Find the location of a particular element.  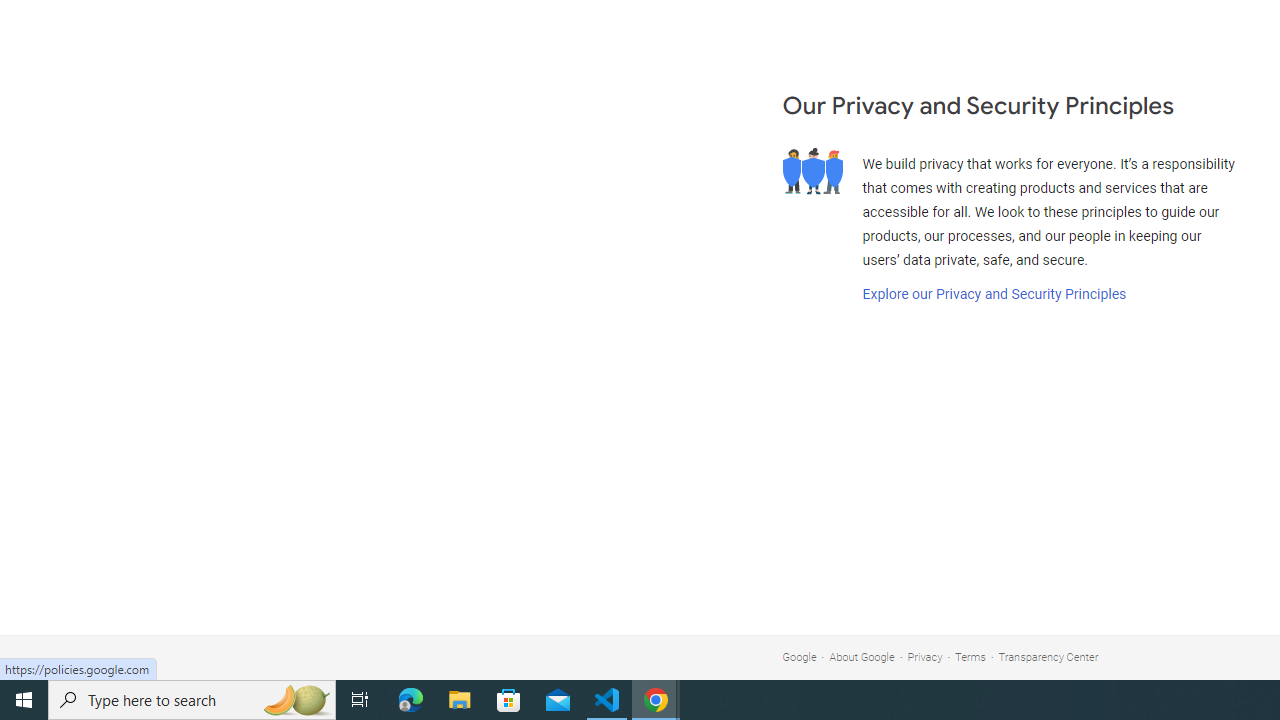

'Explore our Privacy and Security Principles' is located at coordinates (993, 294).